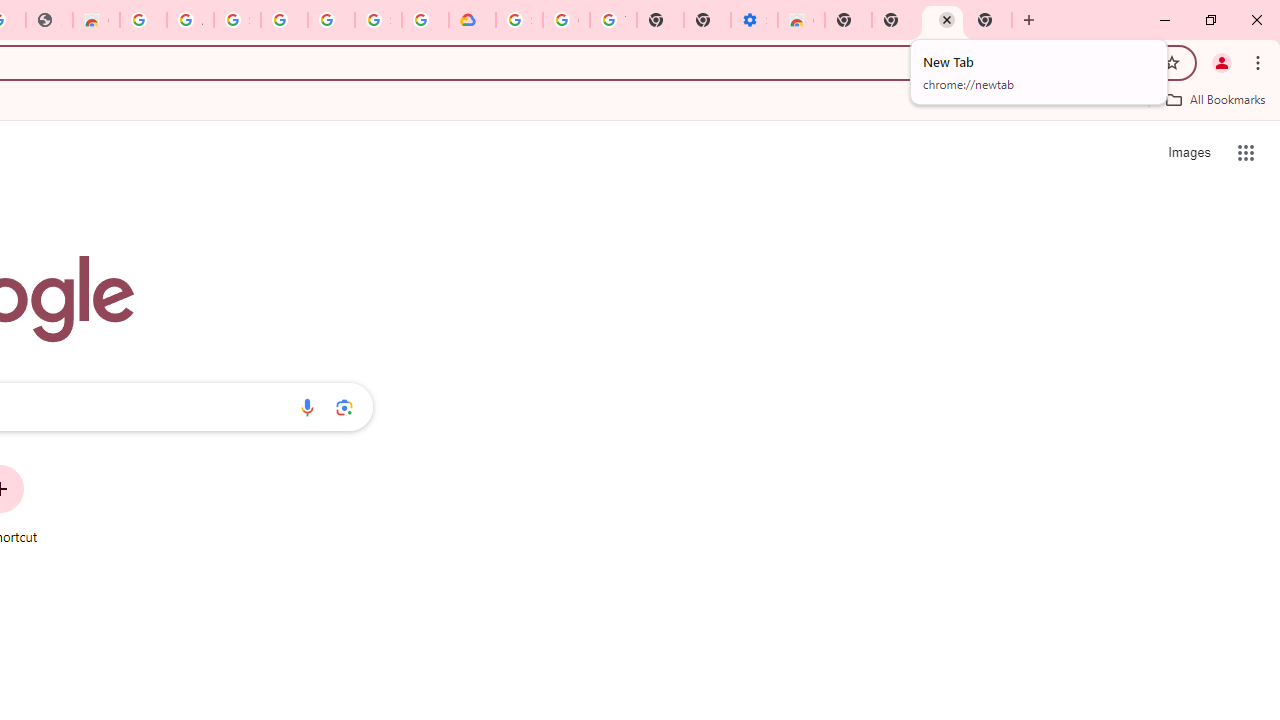 Image resolution: width=1280 pixels, height=720 pixels. What do you see at coordinates (612, 20) in the screenshot?
I see `'Turn cookies on or off - Computer - Google Account Help'` at bounding box center [612, 20].